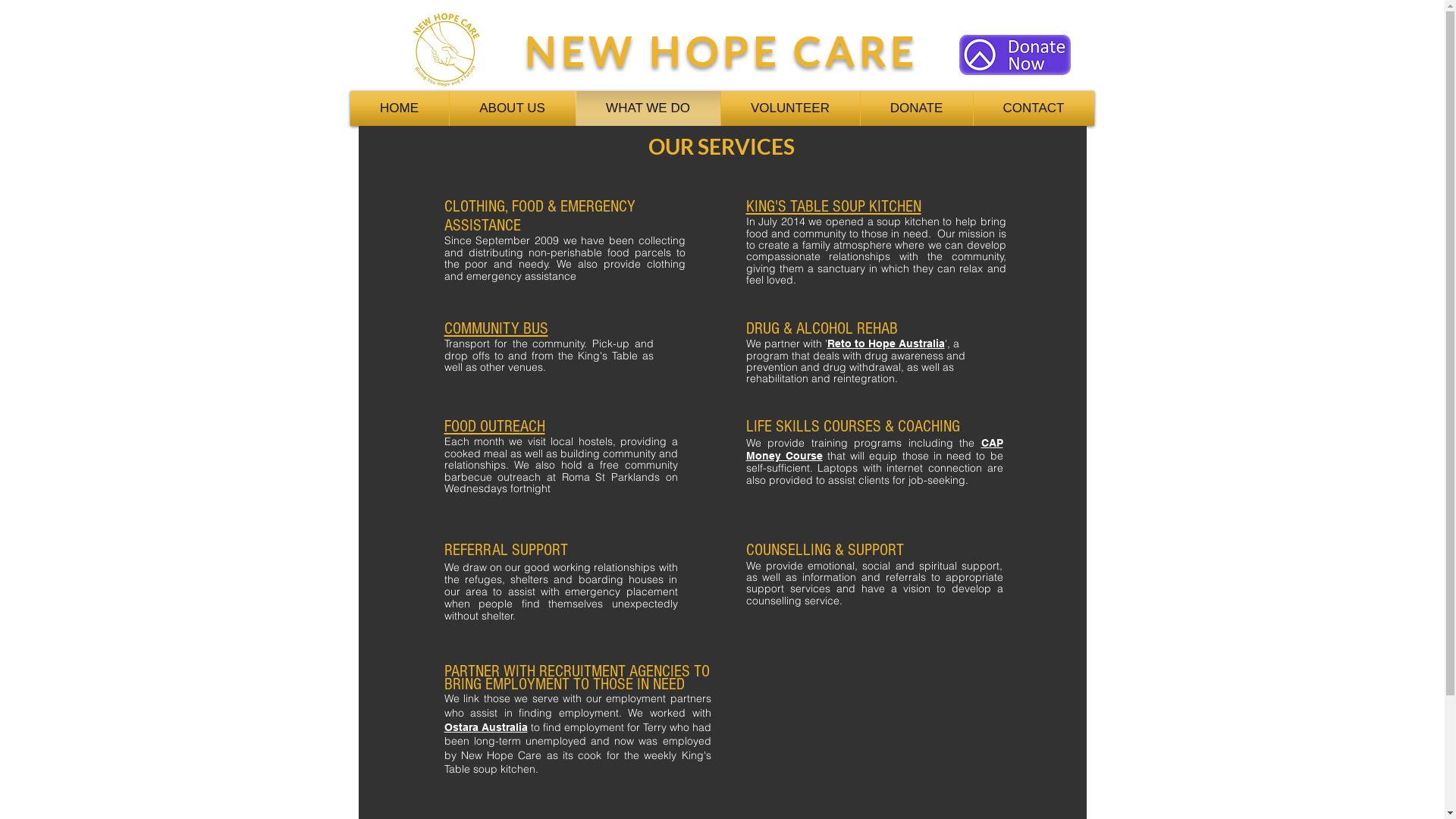 Image resolution: width=1456 pixels, height=819 pixels. I want to click on 'ABOUT US', so click(513, 107).